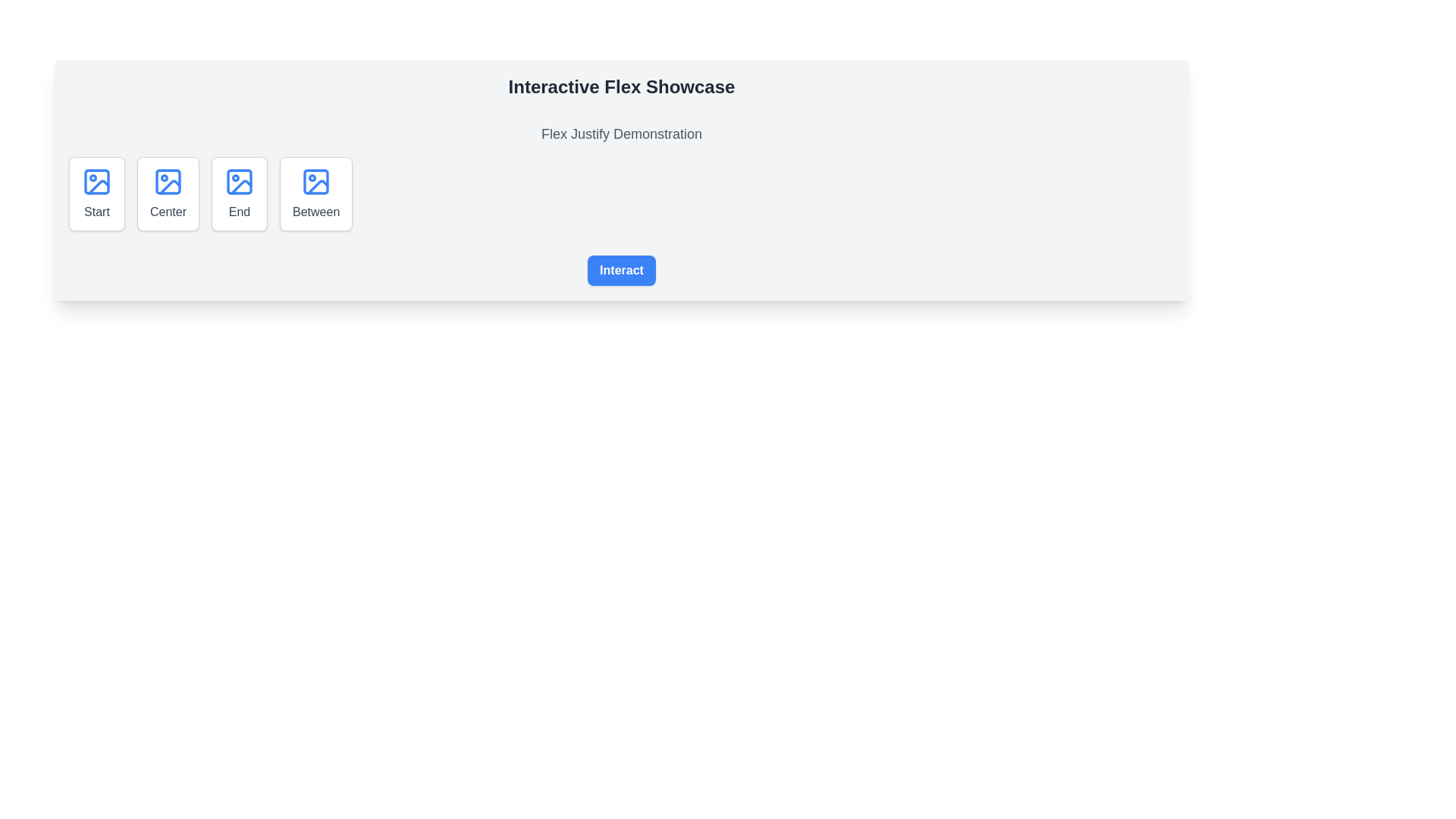 This screenshot has width=1456, height=819. I want to click on the text label that describes the mode or option as 'Between', located at the bottom of the fourth card from the left, directly underneath a blue square icon, so click(315, 212).